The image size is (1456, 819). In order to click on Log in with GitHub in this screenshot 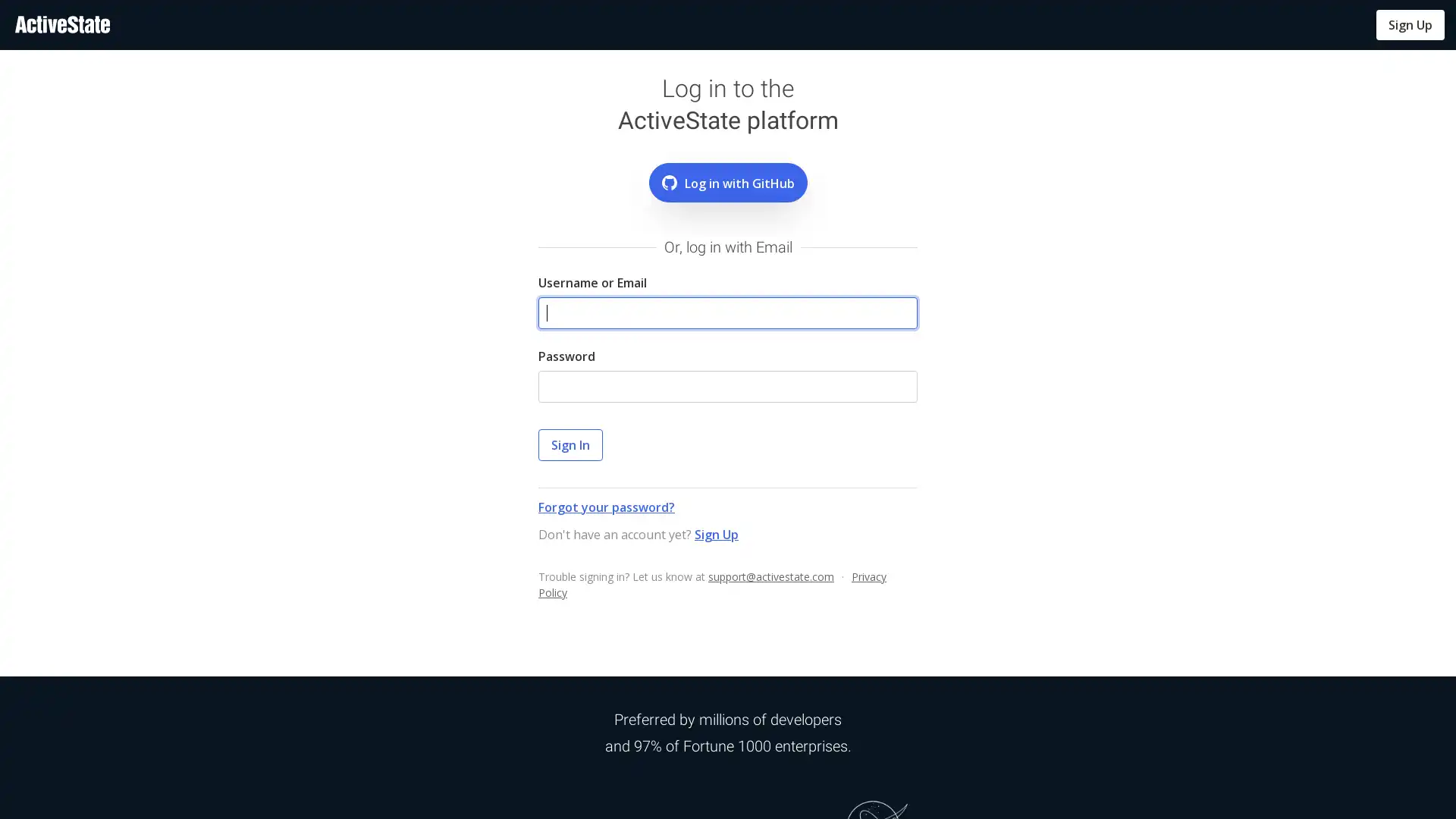, I will do `click(726, 181)`.